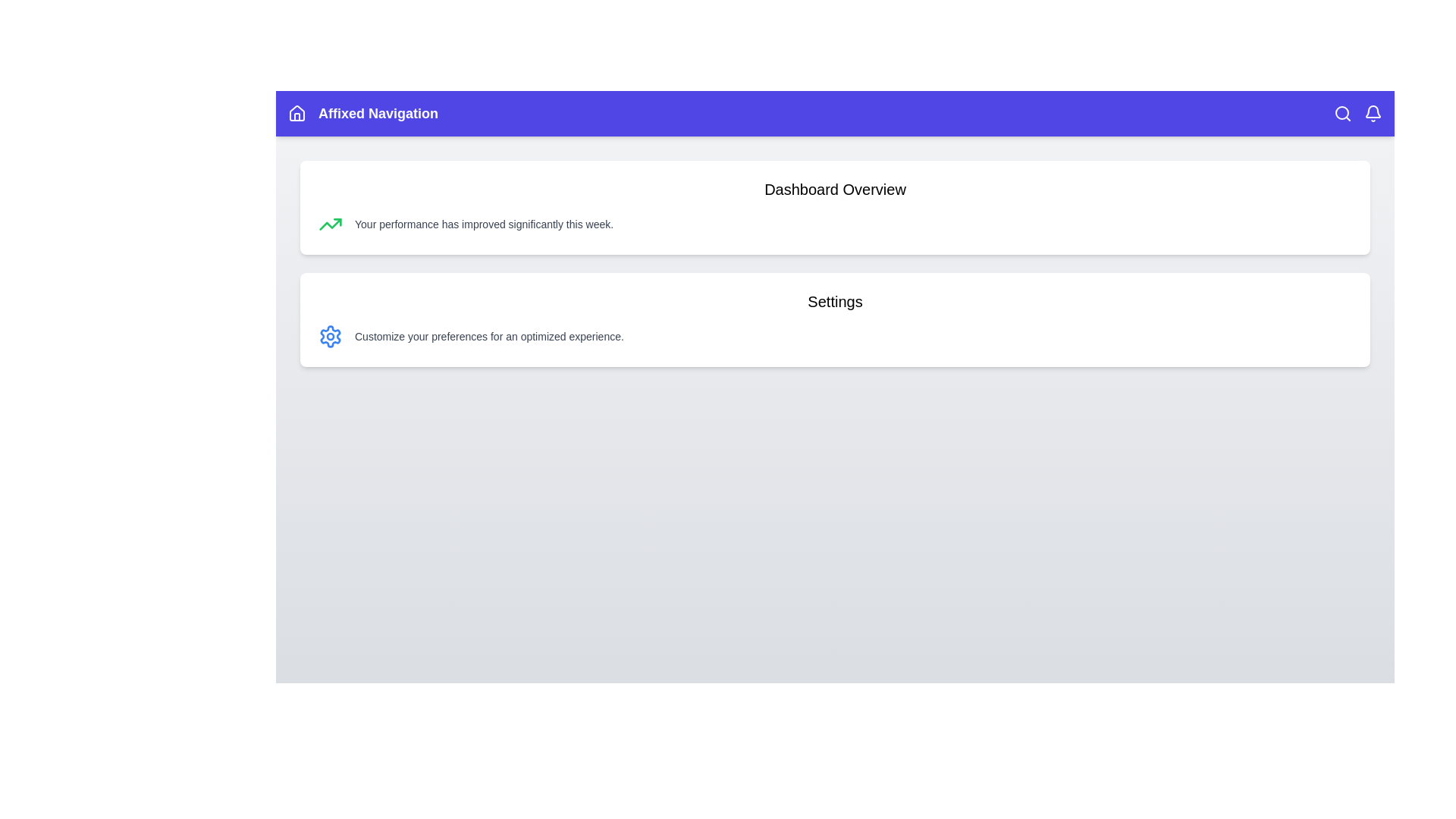 The height and width of the screenshot is (819, 1456). What do you see at coordinates (297, 112) in the screenshot?
I see `the visual representation of the 'Home' icon located in the blue navigation bar next to 'Affixed Navigation'` at bounding box center [297, 112].